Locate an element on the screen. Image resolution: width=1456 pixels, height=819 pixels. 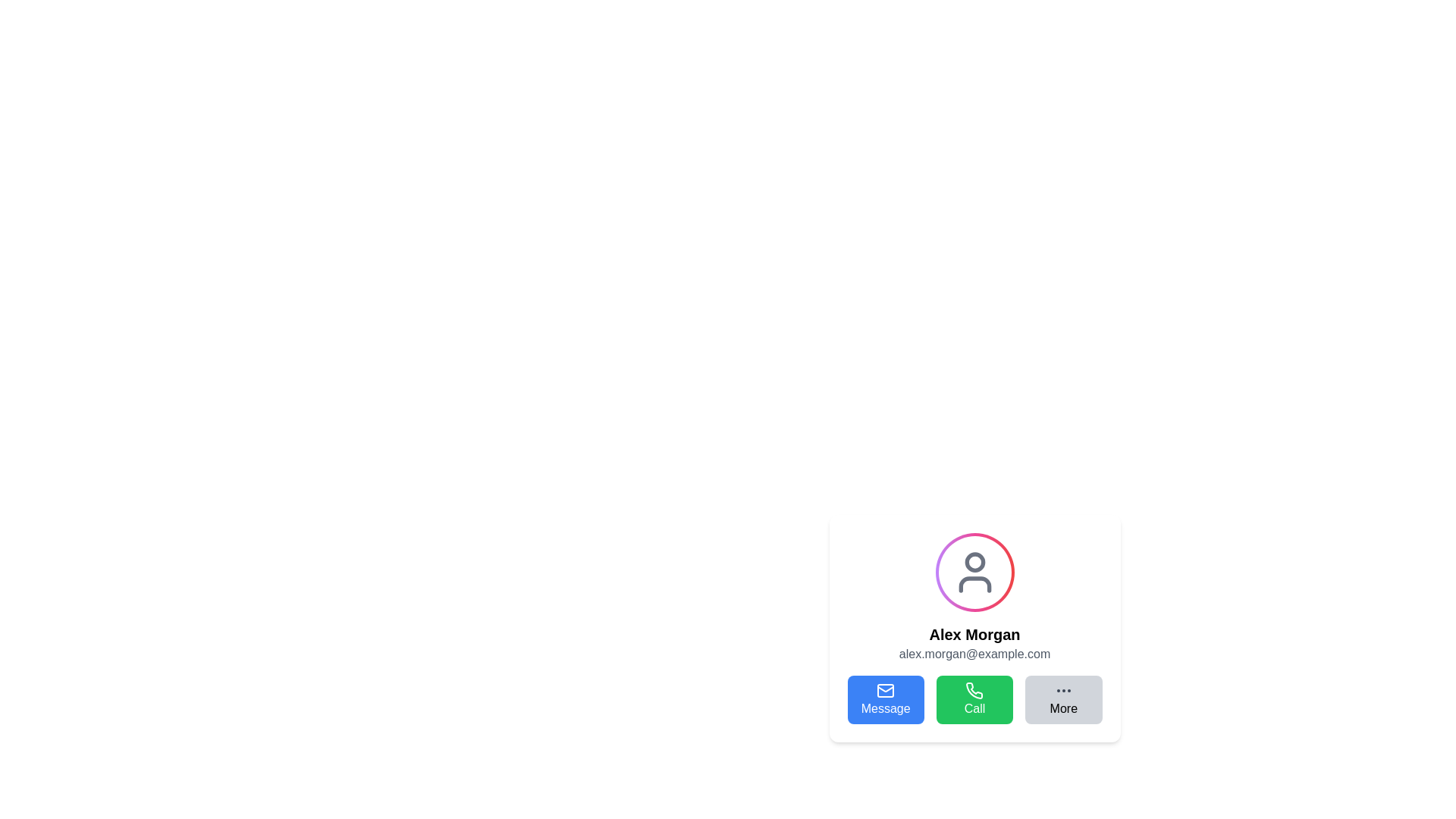
the Profile Avatar Icon located above the text 'Alex Morgan' and the email address 'alex.morgan@example.com' is located at coordinates (974, 573).